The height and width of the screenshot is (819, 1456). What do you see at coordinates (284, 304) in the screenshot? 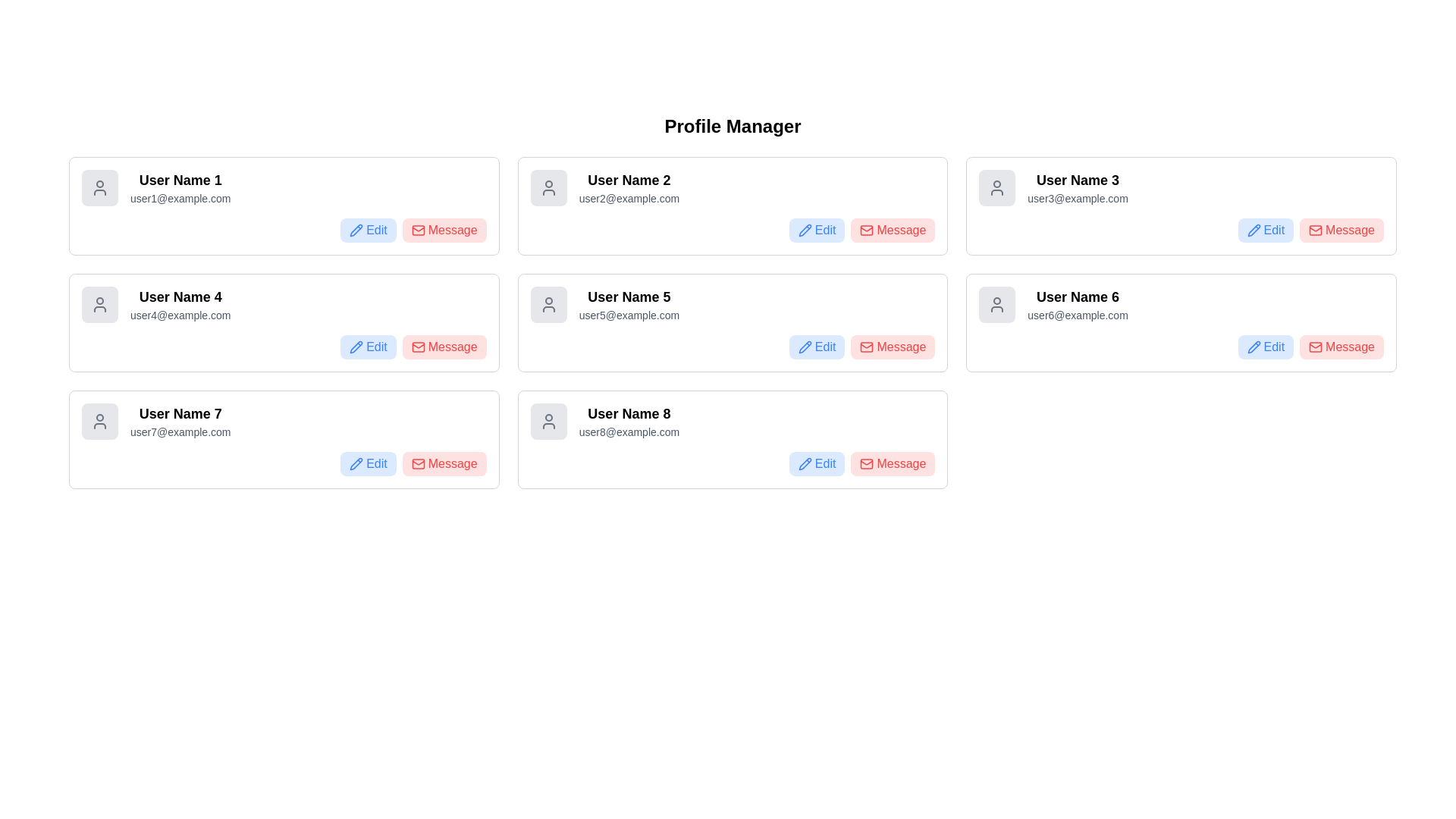
I see `the User Profile Card that displays user information including their name and email address, located in the second row, first column of the grid layout` at bounding box center [284, 304].